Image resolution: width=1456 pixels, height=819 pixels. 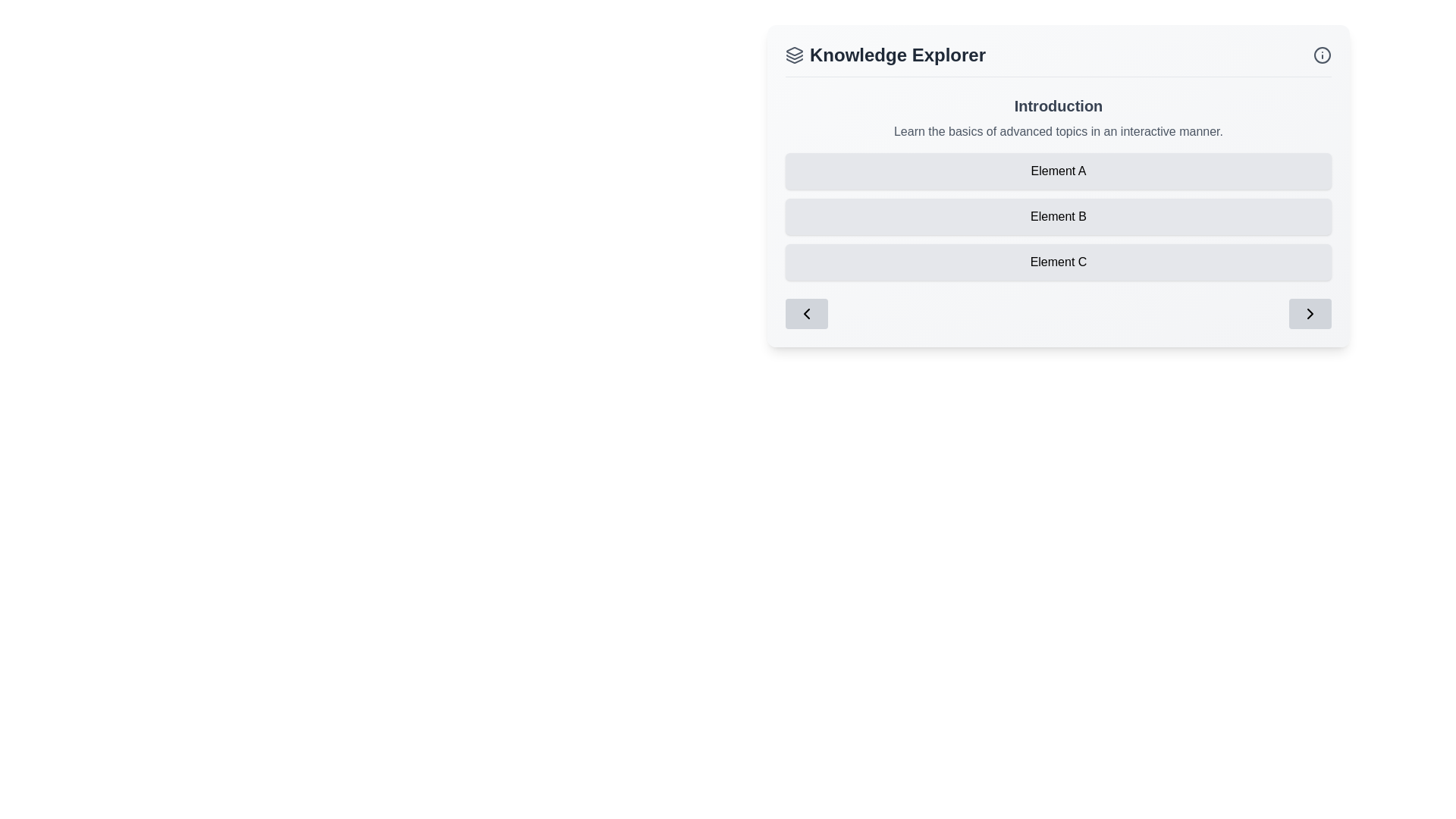 What do you see at coordinates (1058, 130) in the screenshot?
I see `the informational text that provides a descriptive subtitle for the 'Introduction' section, located directly beneath the heading and centered within the layout` at bounding box center [1058, 130].